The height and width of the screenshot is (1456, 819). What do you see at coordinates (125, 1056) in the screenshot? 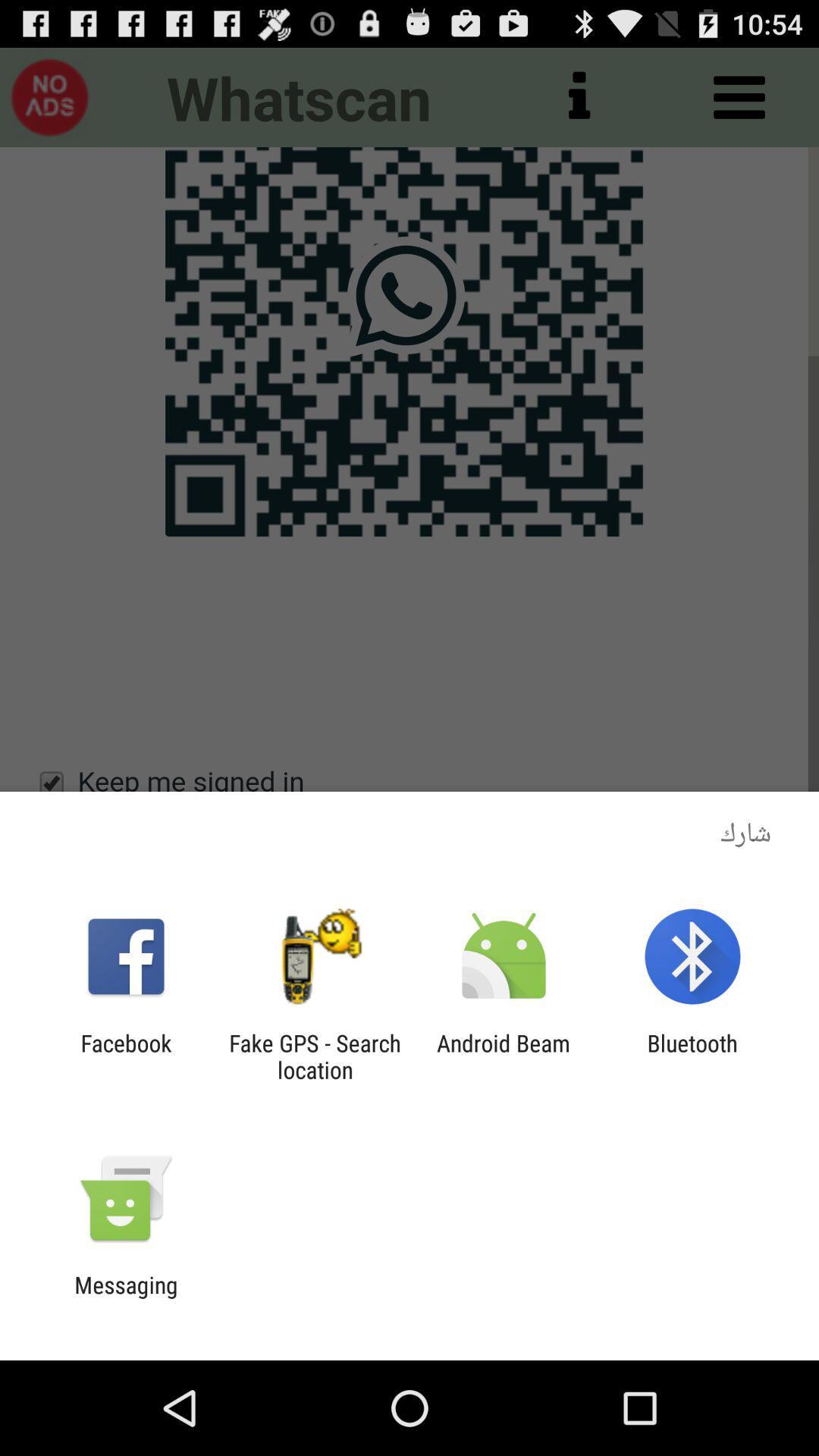
I see `the item to the left of the fake gps search item` at bounding box center [125, 1056].